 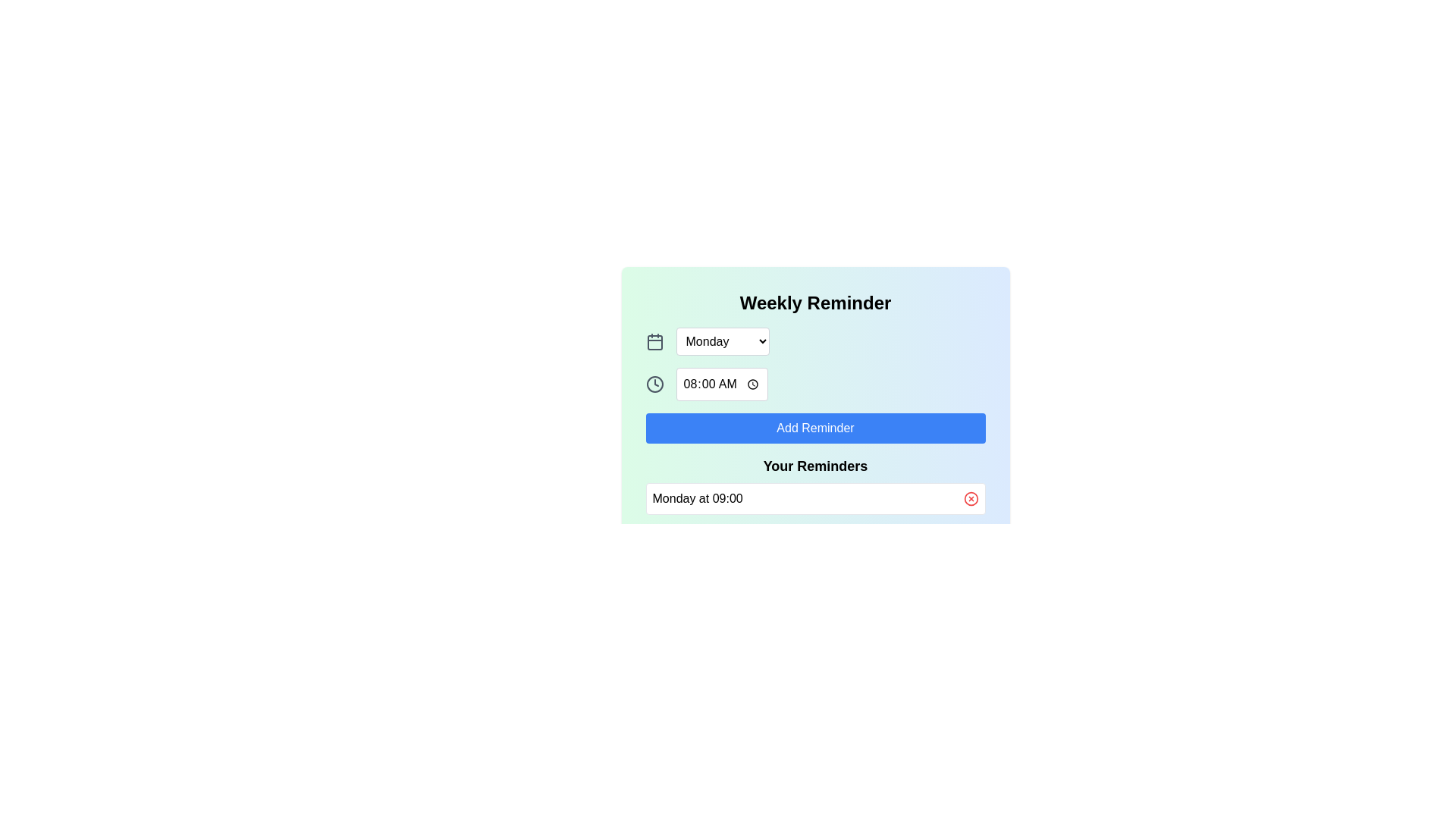 What do you see at coordinates (722, 341) in the screenshot?
I see `the dropdown arrow of the rectangular dropdown selection box labeled 'Monday'` at bounding box center [722, 341].